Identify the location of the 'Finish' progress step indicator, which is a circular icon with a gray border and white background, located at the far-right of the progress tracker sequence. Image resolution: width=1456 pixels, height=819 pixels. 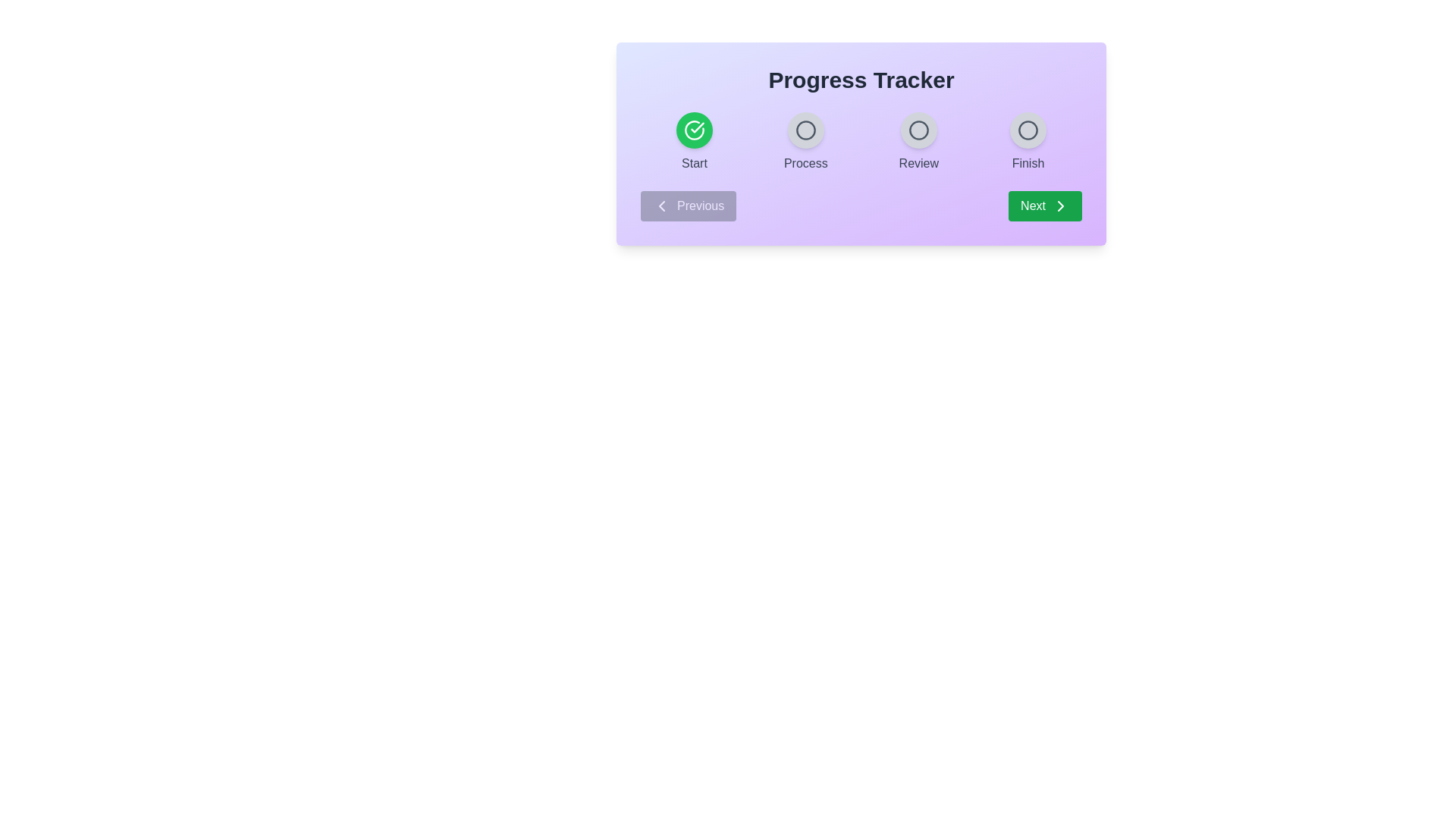
(1028, 143).